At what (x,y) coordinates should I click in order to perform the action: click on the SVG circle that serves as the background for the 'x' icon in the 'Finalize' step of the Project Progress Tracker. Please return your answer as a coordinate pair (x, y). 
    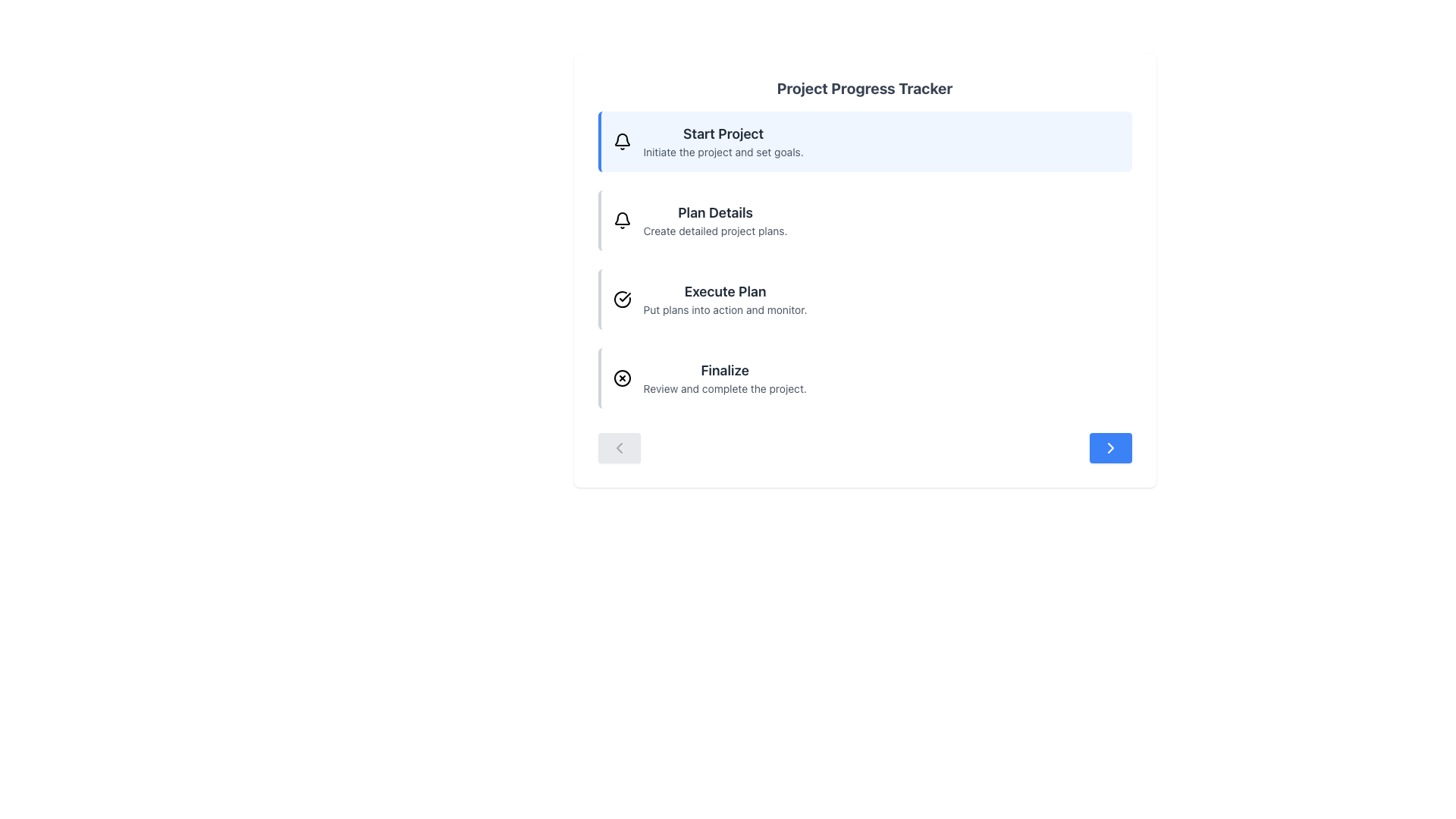
    Looking at the image, I should click on (622, 377).